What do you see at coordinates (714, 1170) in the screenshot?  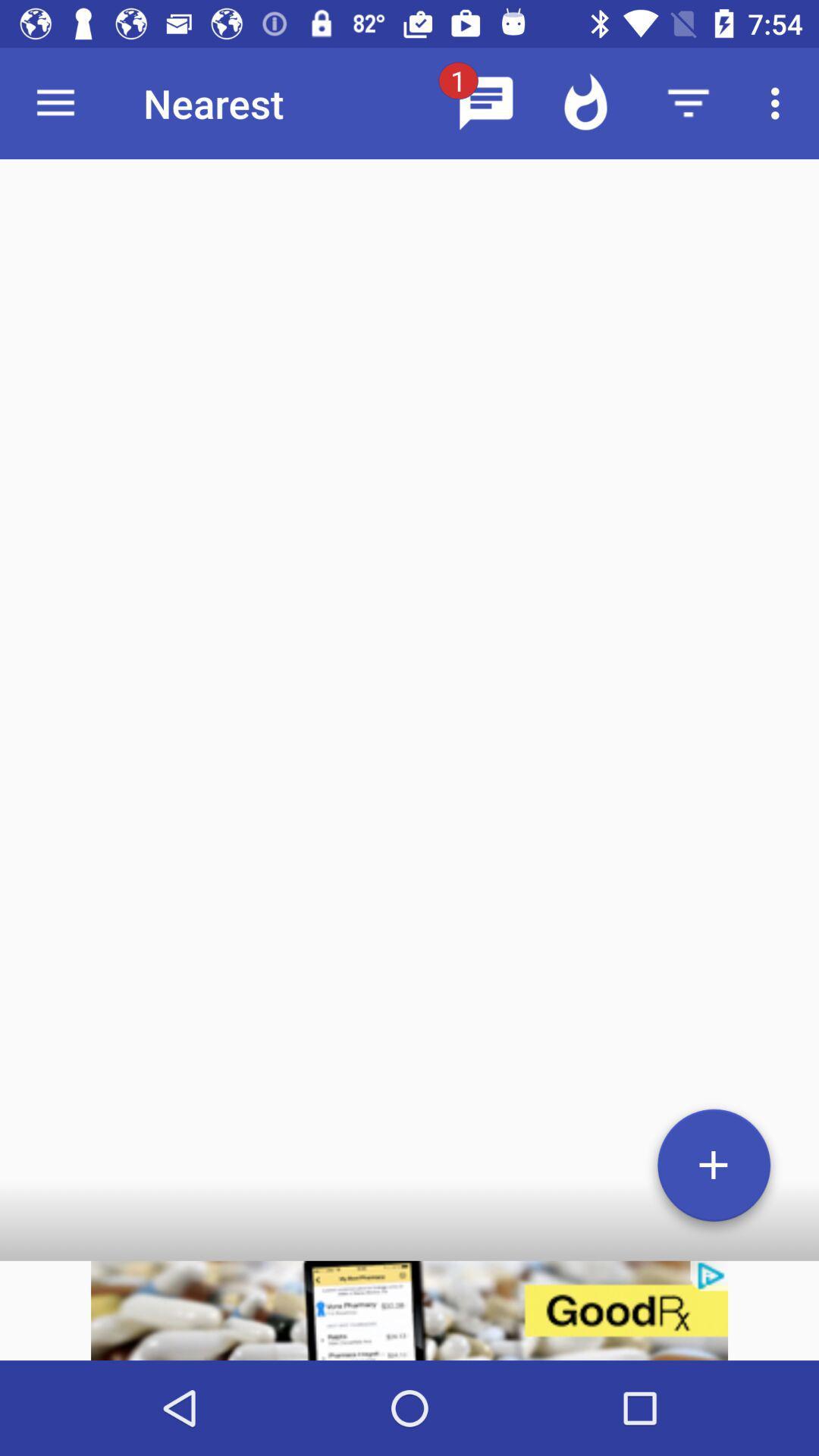 I see `the add icon` at bounding box center [714, 1170].